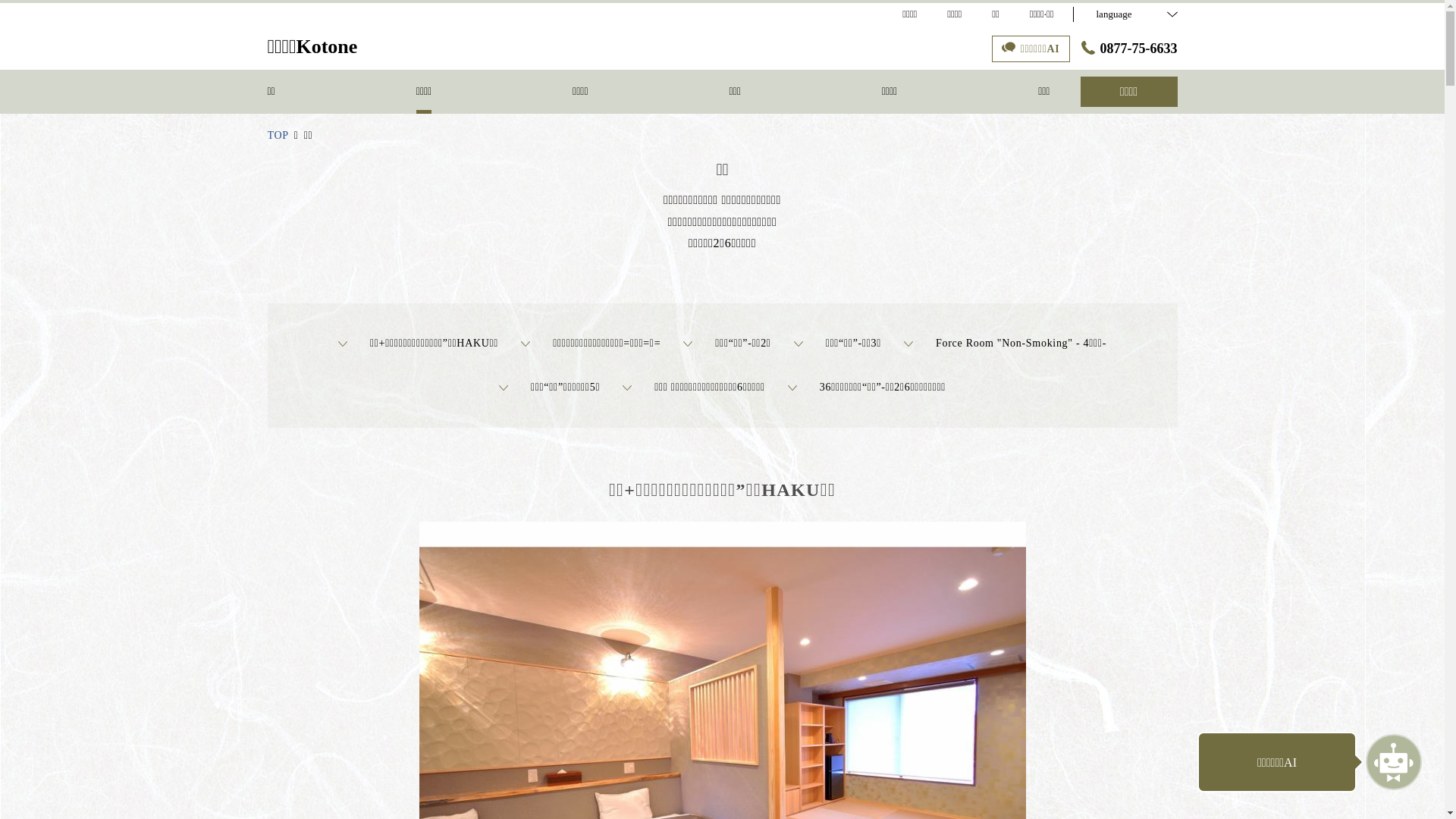 This screenshot has width=1456, height=819. Describe the element at coordinates (266, 134) in the screenshot. I see `'TOP'` at that location.